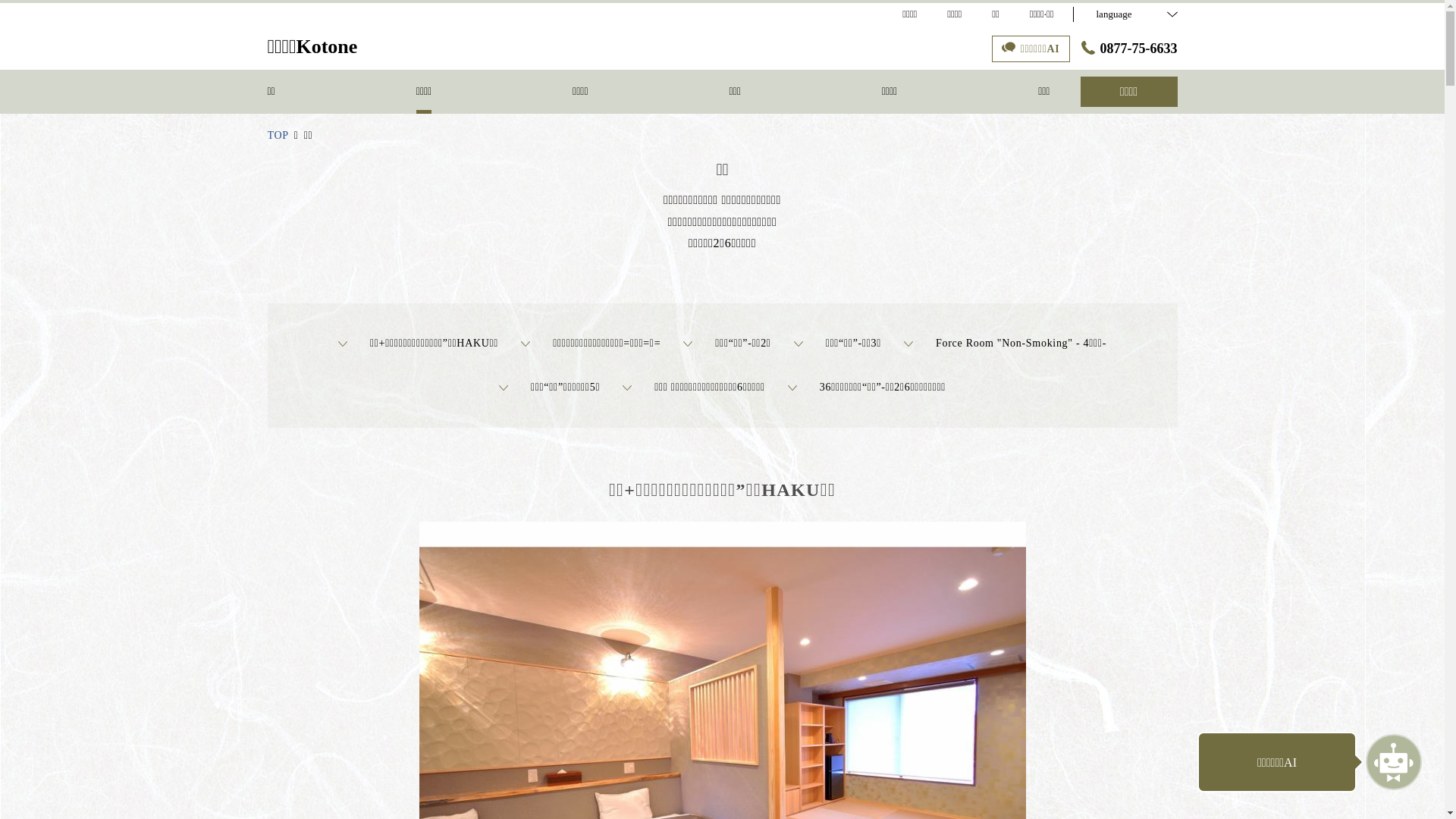 This screenshot has width=1456, height=819. Describe the element at coordinates (266, 134) in the screenshot. I see `'TOP'` at that location.